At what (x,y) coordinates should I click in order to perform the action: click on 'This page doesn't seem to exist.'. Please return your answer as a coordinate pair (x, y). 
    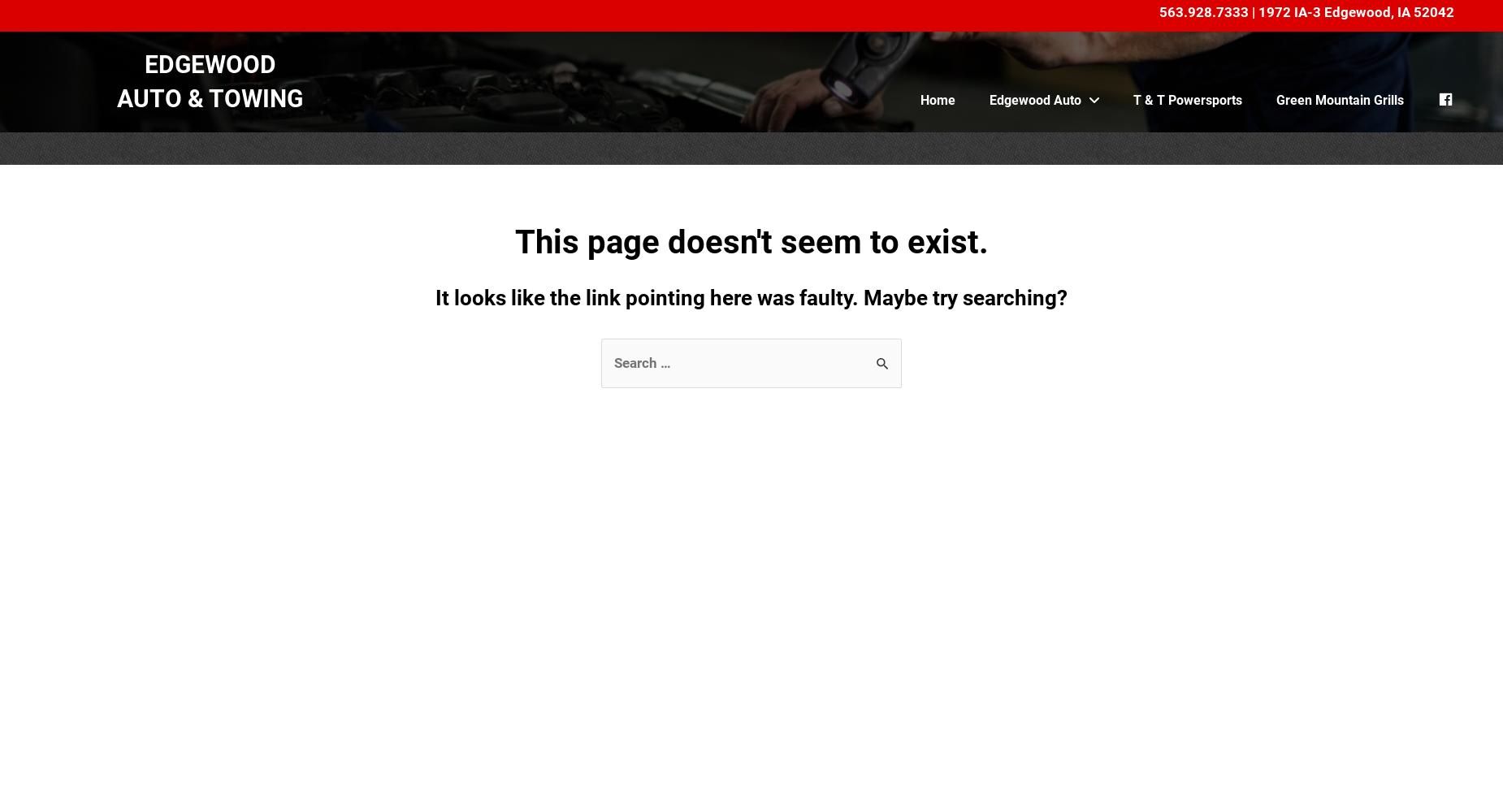
    Looking at the image, I should click on (514, 241).